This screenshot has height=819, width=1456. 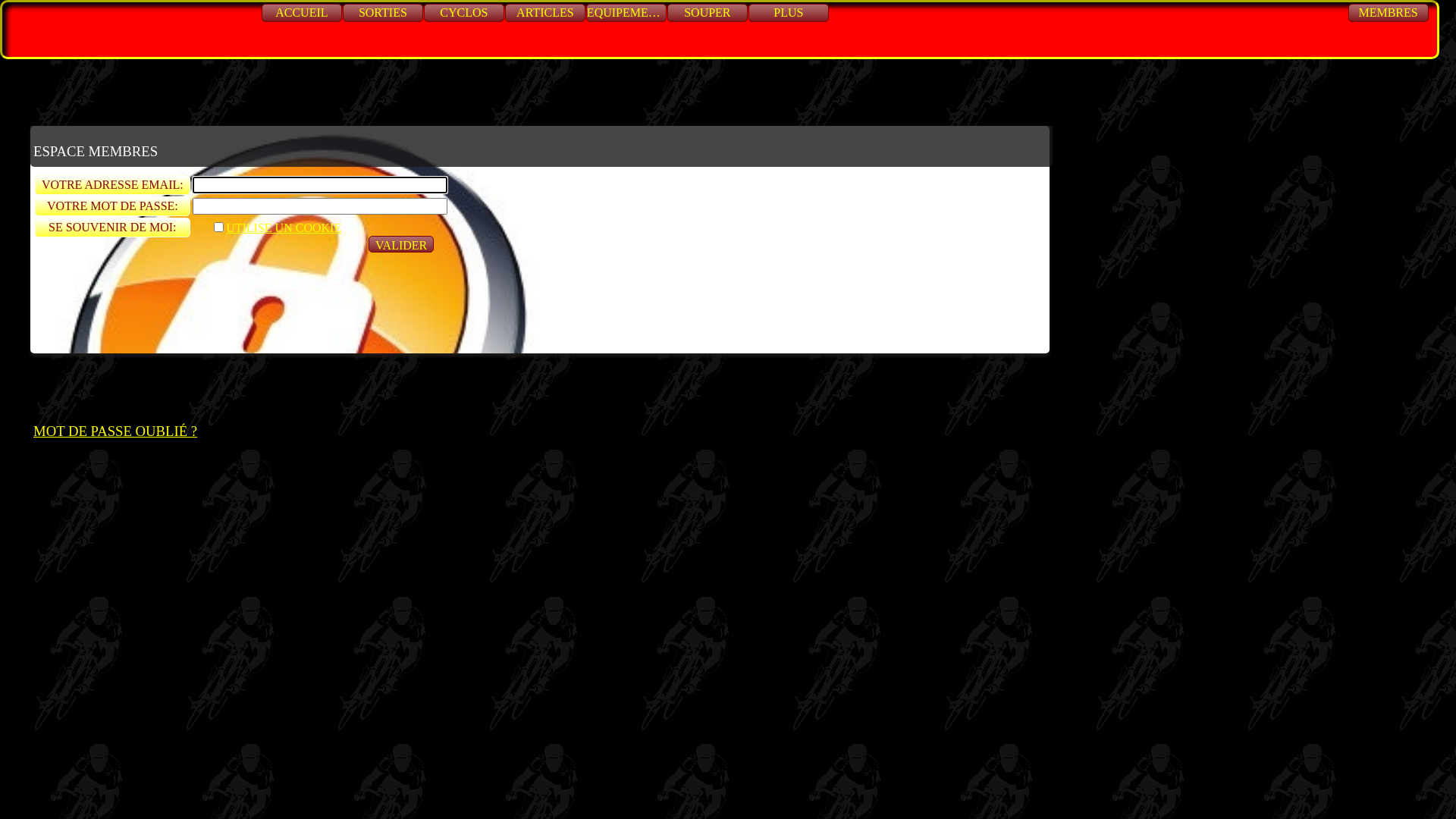 What do you see at coordinates (262, 12) in the screenshot?
I see `'ACCUEIL'` at bounding box center [262, 12].